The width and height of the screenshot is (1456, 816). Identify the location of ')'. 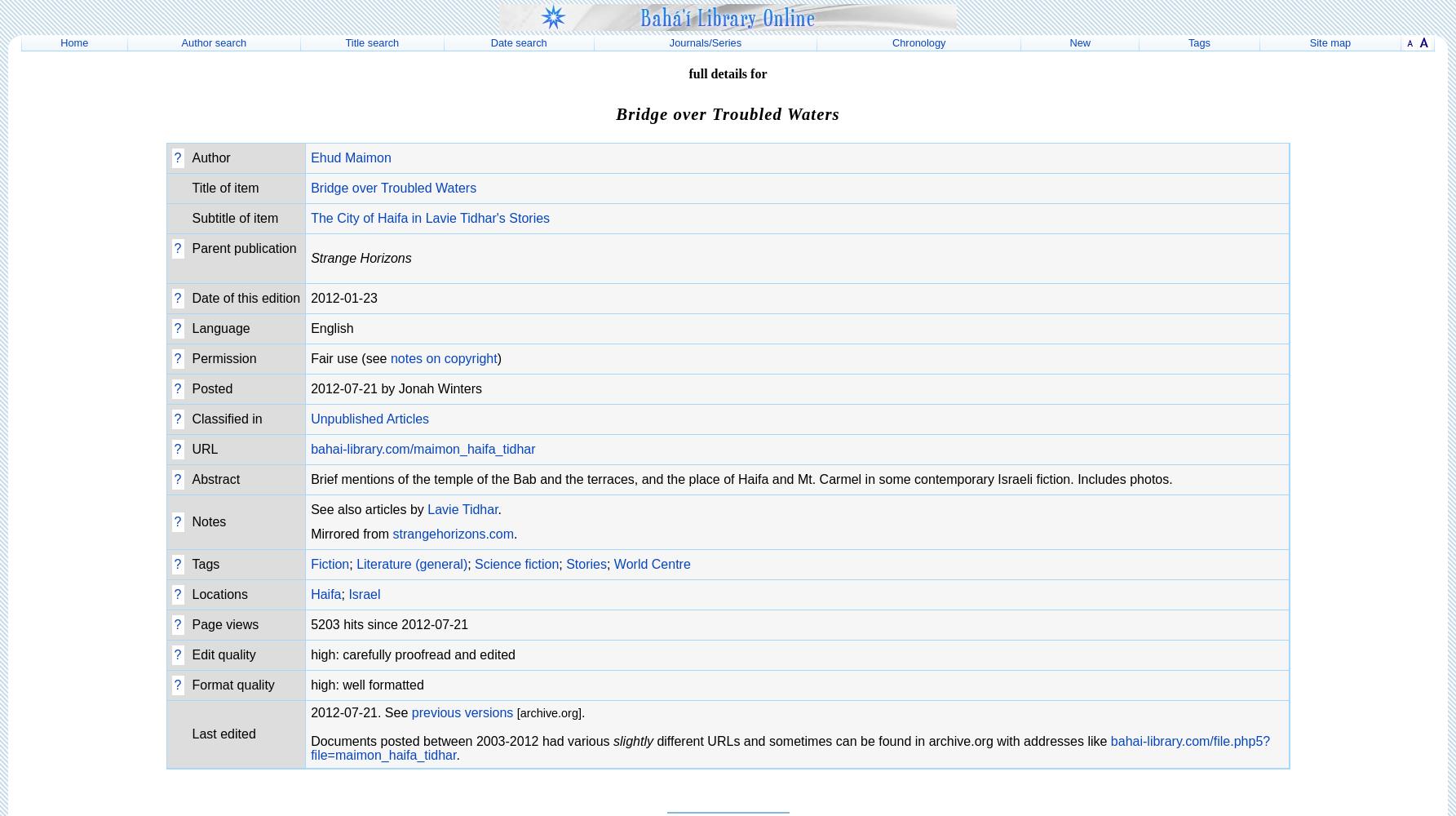
(499, 357).